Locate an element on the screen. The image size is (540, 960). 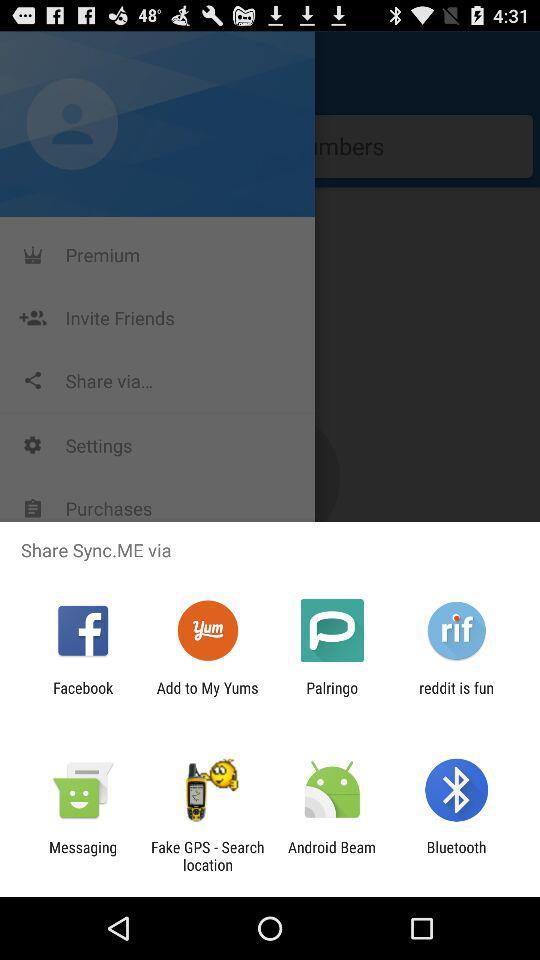
icon to the left of the add to my app is located at coordinates (82, 696).